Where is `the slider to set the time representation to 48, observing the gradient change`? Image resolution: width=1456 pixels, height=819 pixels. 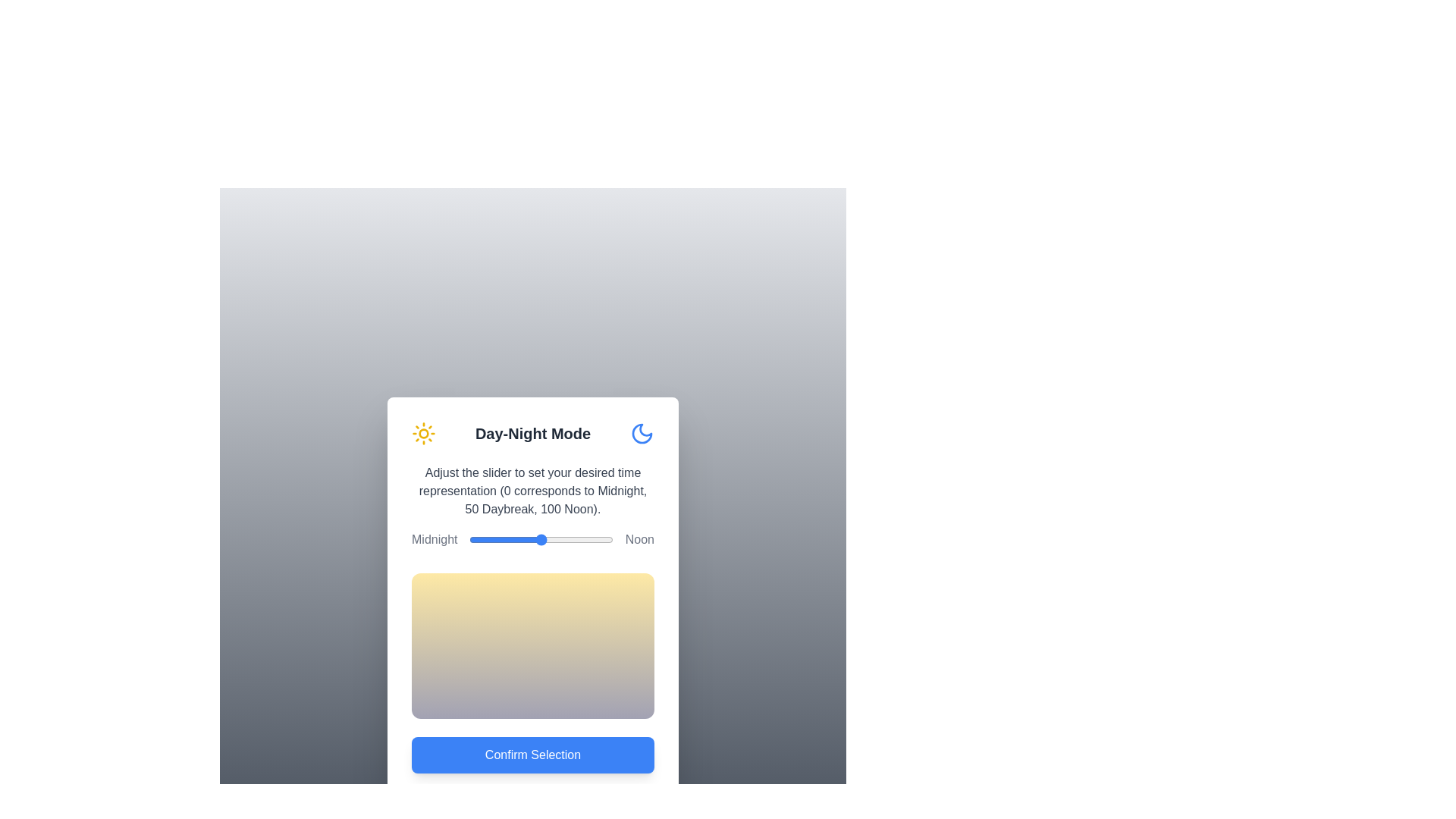
the slider to set the time representation to 48, observing the gradient change is located at coordinates (538, 539).